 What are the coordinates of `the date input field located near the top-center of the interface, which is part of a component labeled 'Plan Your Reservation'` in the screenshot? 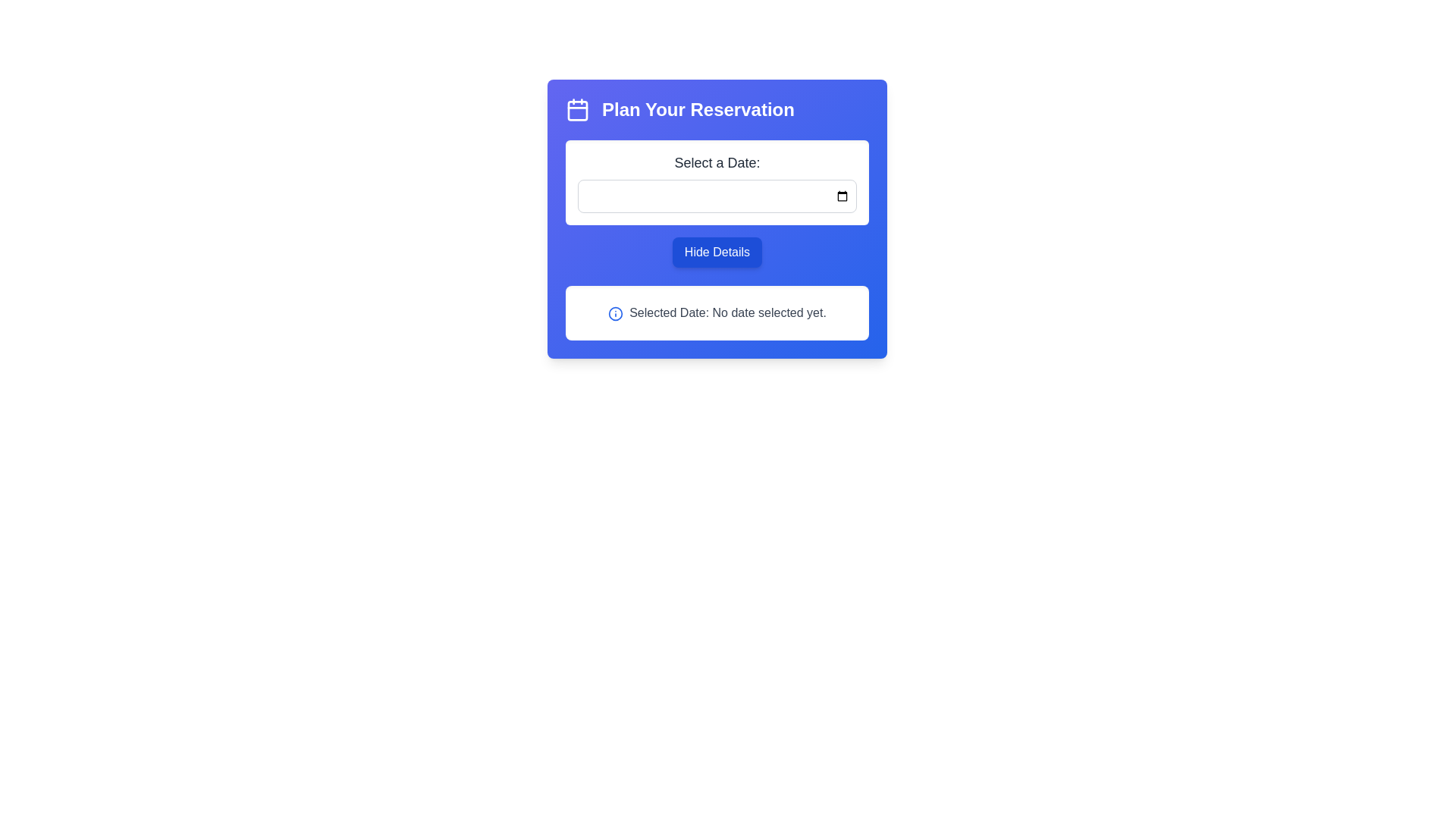 It's located at (716, 181).